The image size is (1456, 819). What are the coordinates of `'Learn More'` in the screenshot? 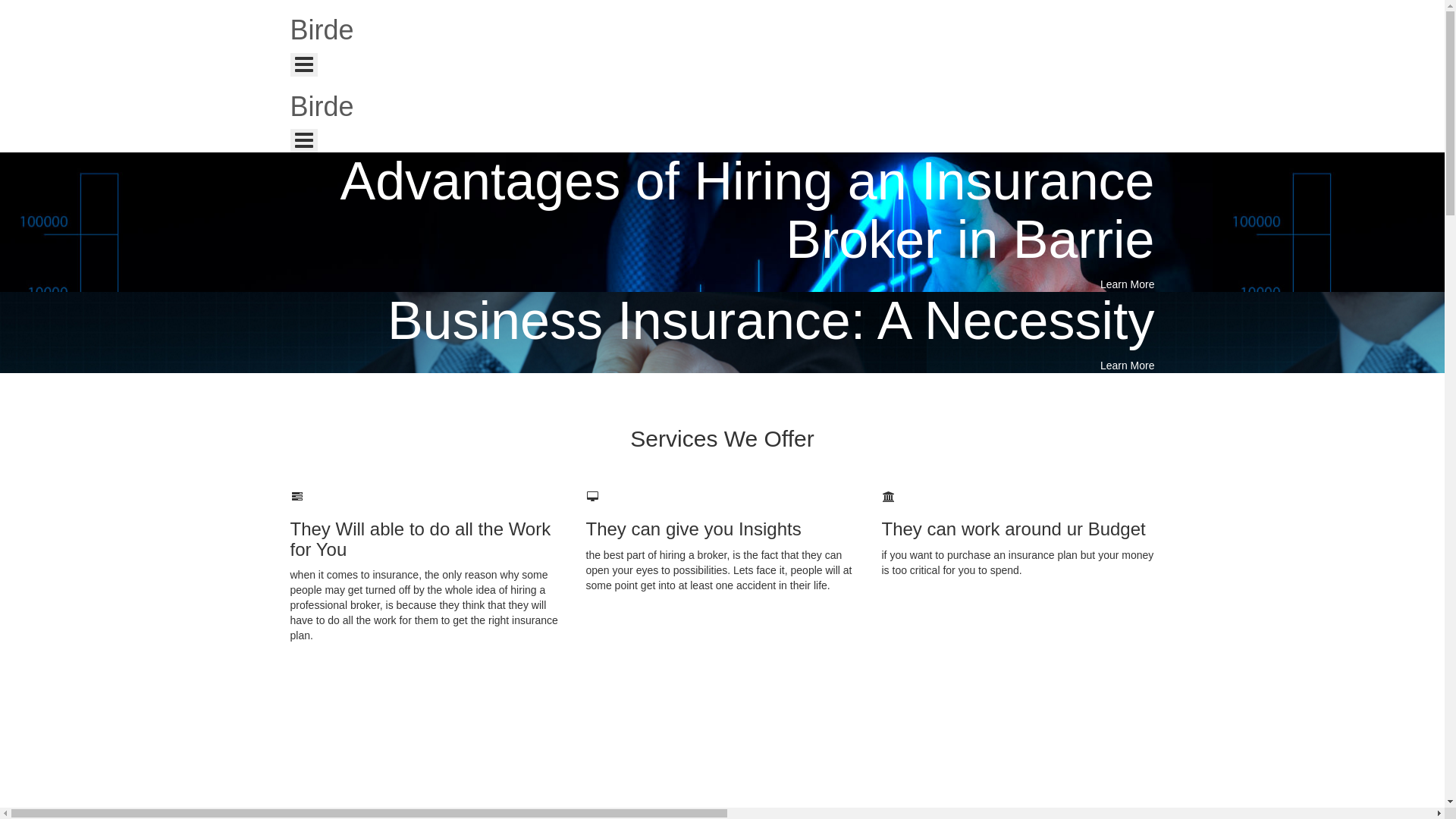 It's located at (1128, 284).